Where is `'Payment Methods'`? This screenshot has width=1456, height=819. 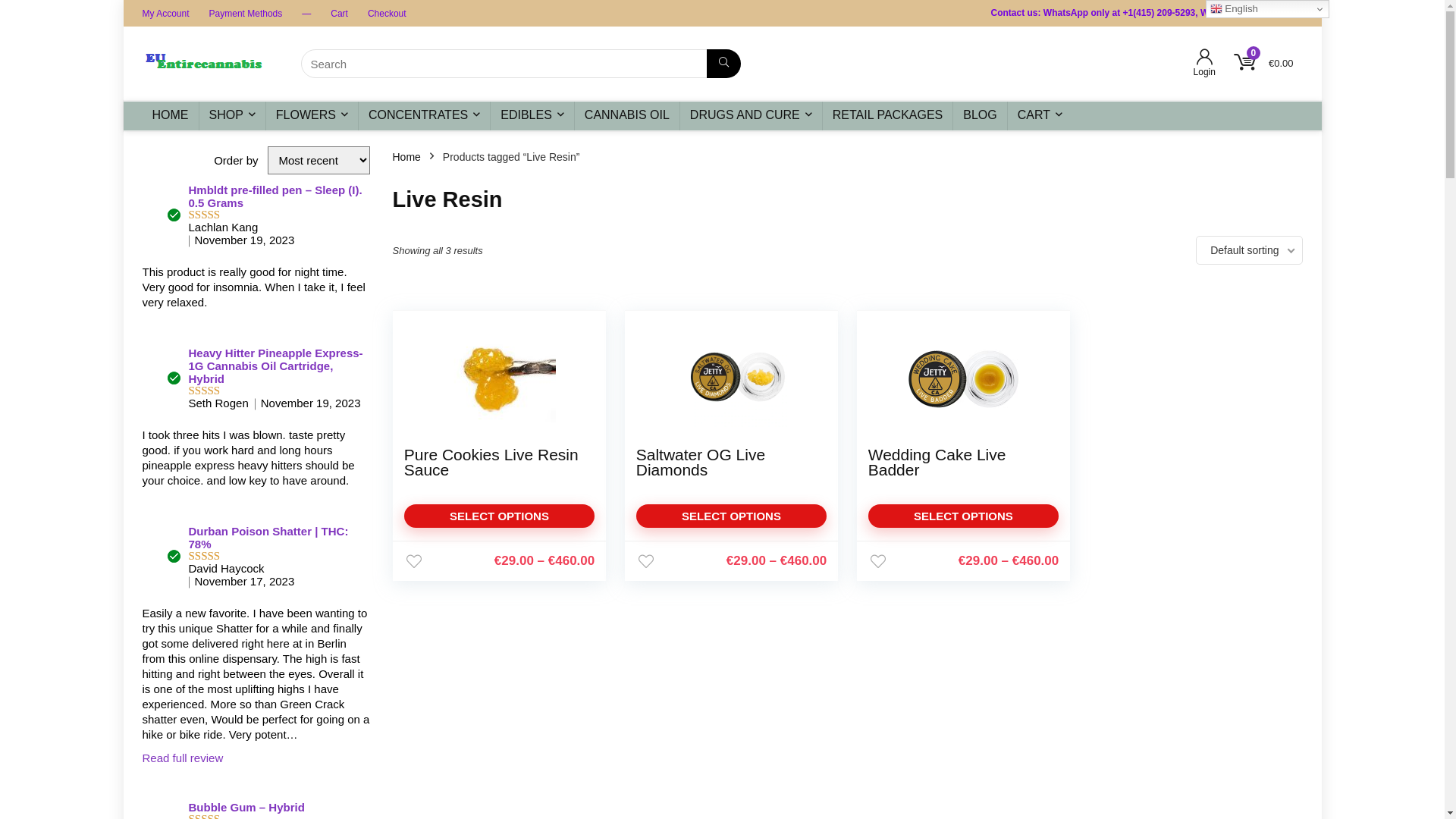 'Payment Methods' is located at coordinates (246, 12).